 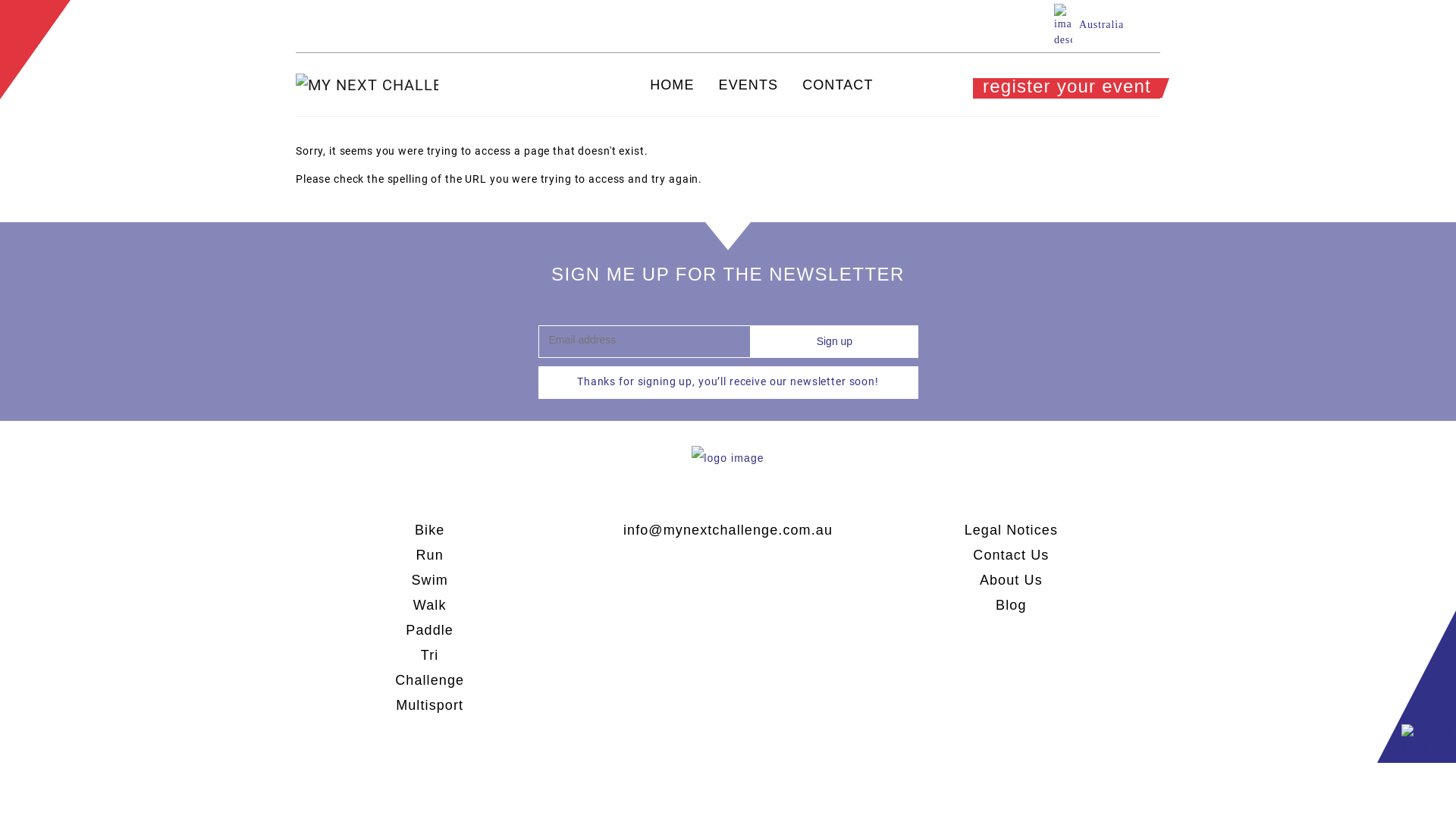 What do you see at coordinates (671, 86) in the screenshot?
I see `'HOME'` at bounding box center [671, 86].